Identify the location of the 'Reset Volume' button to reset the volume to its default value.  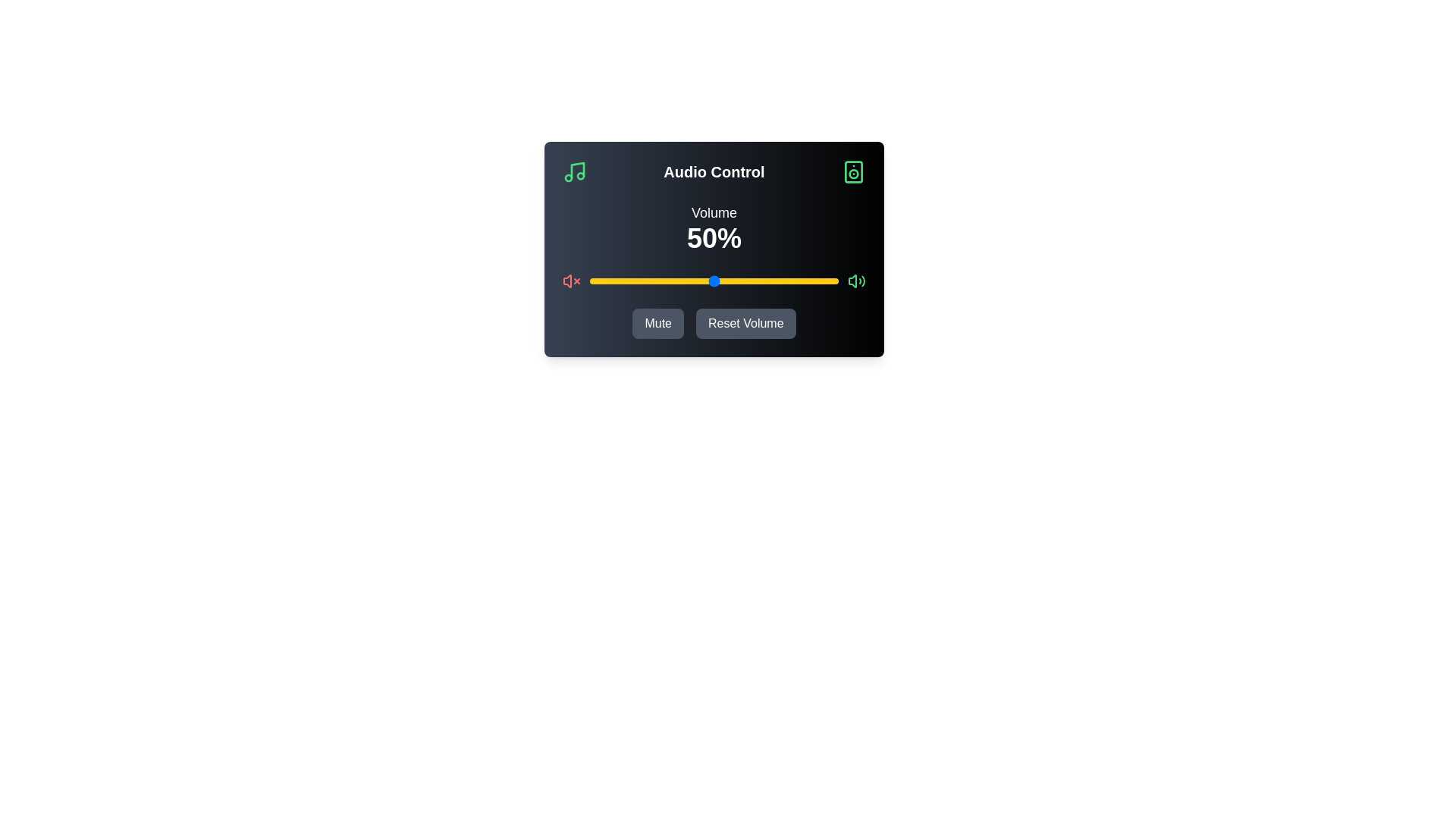
(745, 323).